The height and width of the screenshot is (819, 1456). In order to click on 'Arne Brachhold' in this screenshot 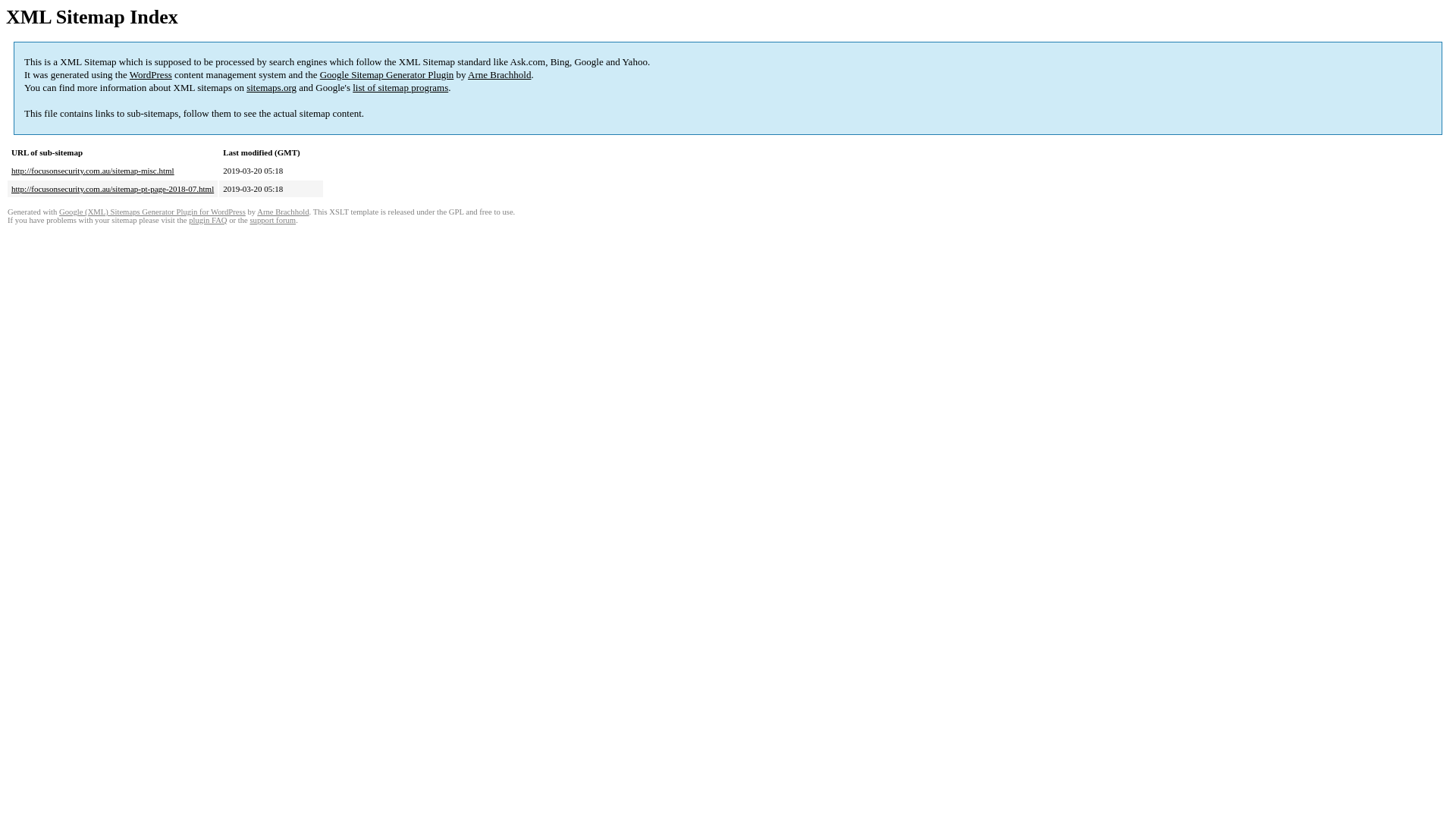, I will do `click(283, 212)`.